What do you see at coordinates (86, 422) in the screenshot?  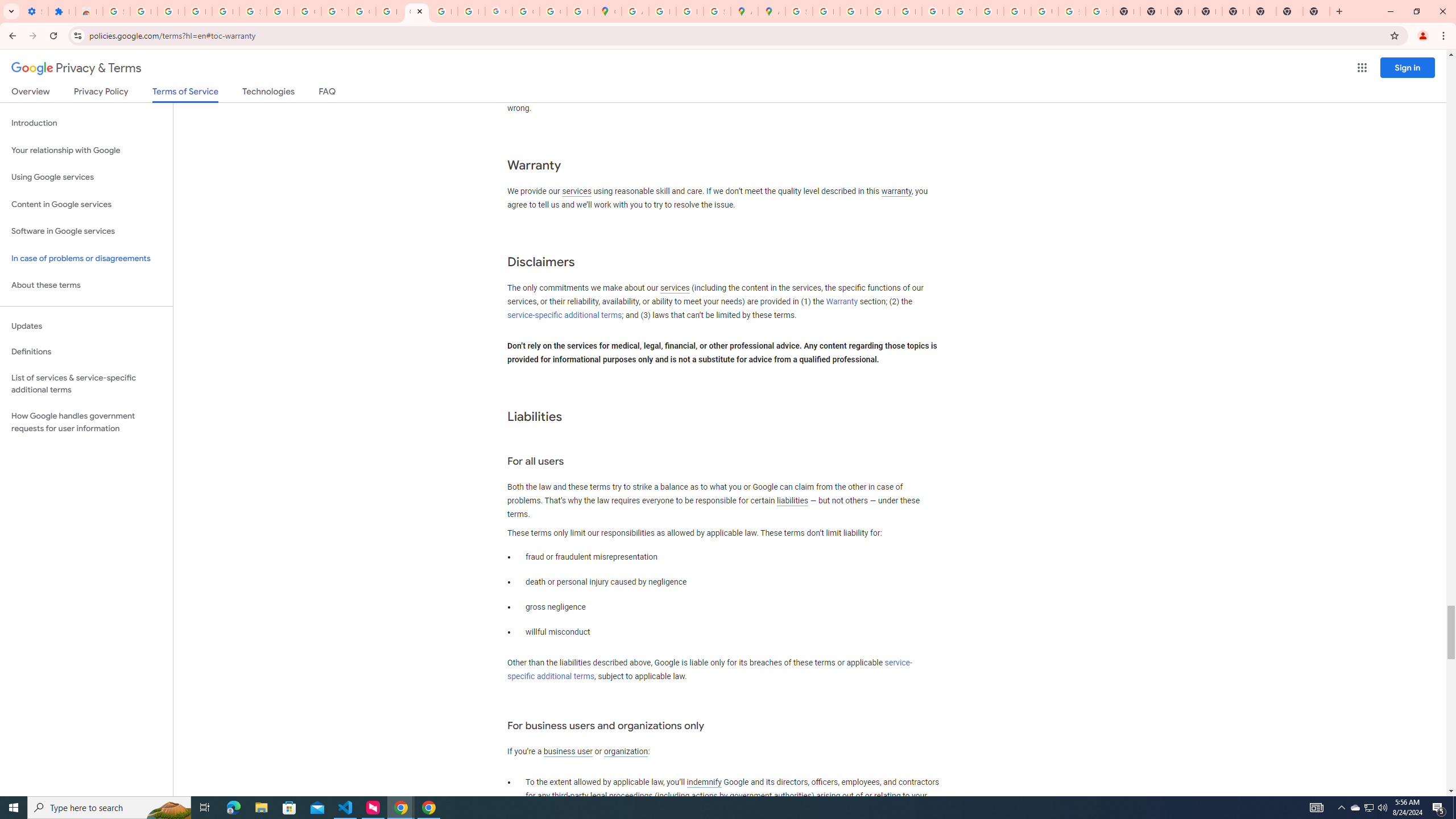 I see `'How Google handles government requests for user information'` at bounding box center [86, 422].